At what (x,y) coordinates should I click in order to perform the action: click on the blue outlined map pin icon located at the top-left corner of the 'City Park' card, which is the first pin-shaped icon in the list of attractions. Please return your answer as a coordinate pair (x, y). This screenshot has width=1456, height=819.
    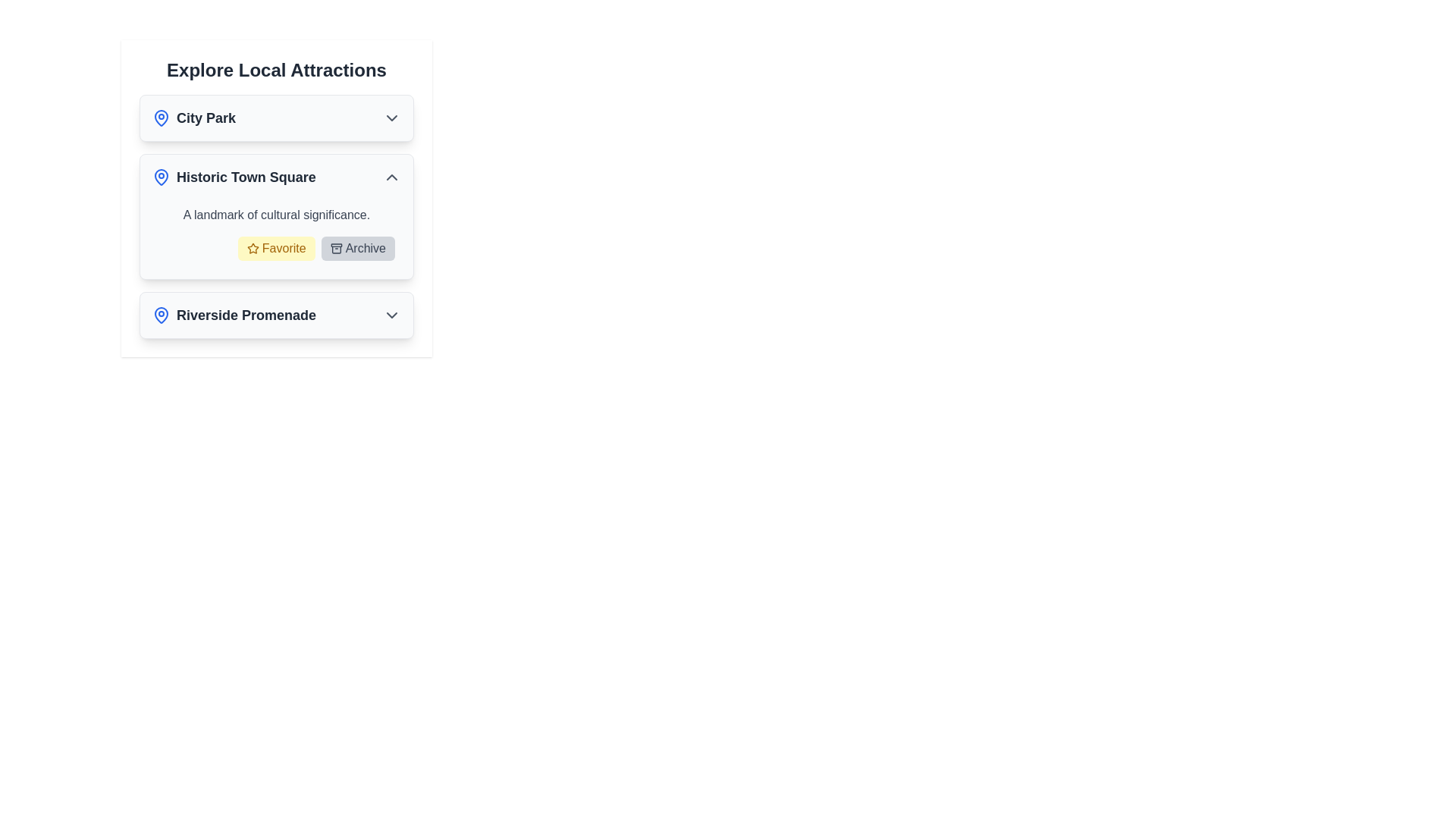
    Looking at the image, I should click on (161, 116).